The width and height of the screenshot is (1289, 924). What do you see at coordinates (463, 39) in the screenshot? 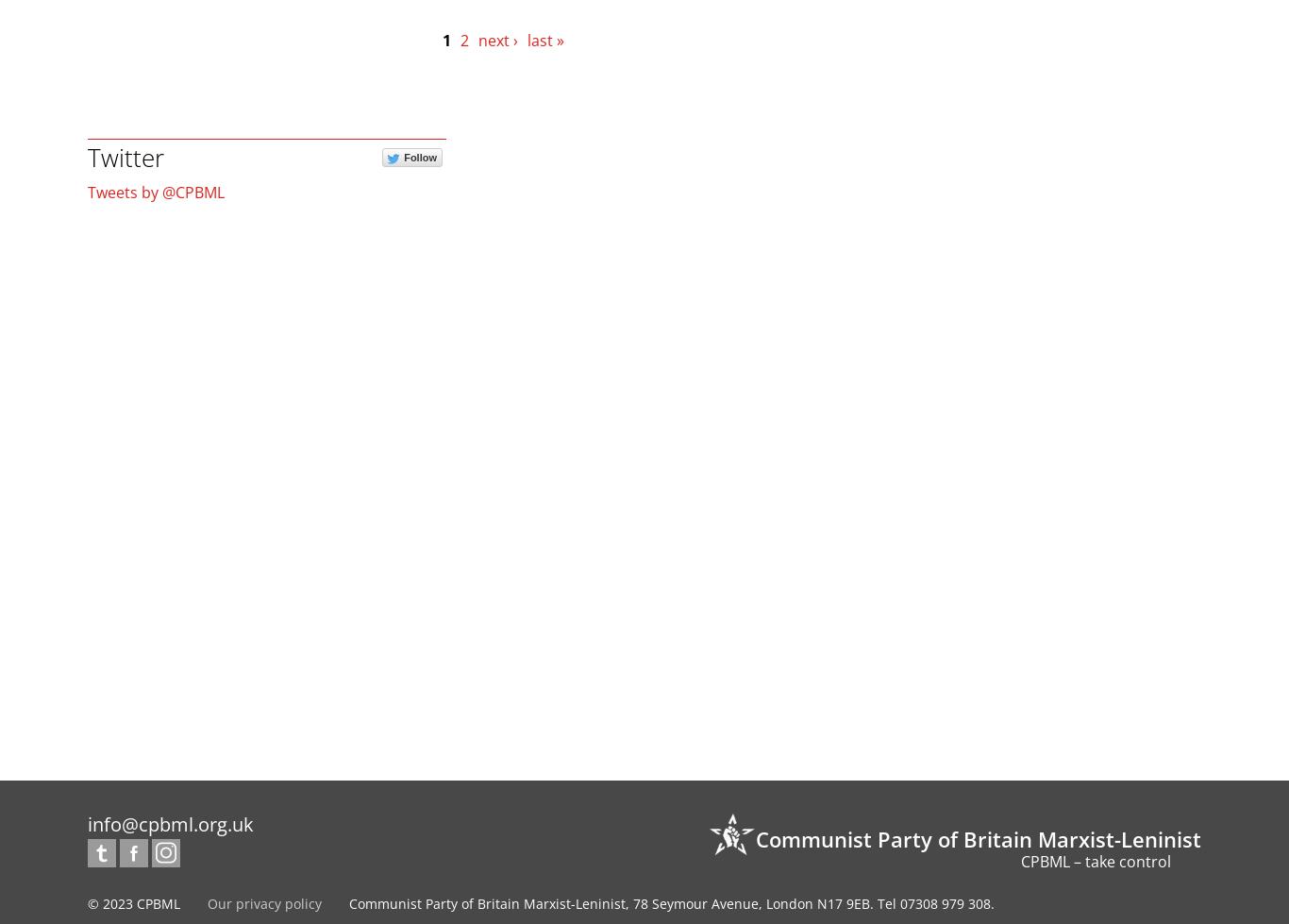
I see `'2'` at bounding box center [463, 39].